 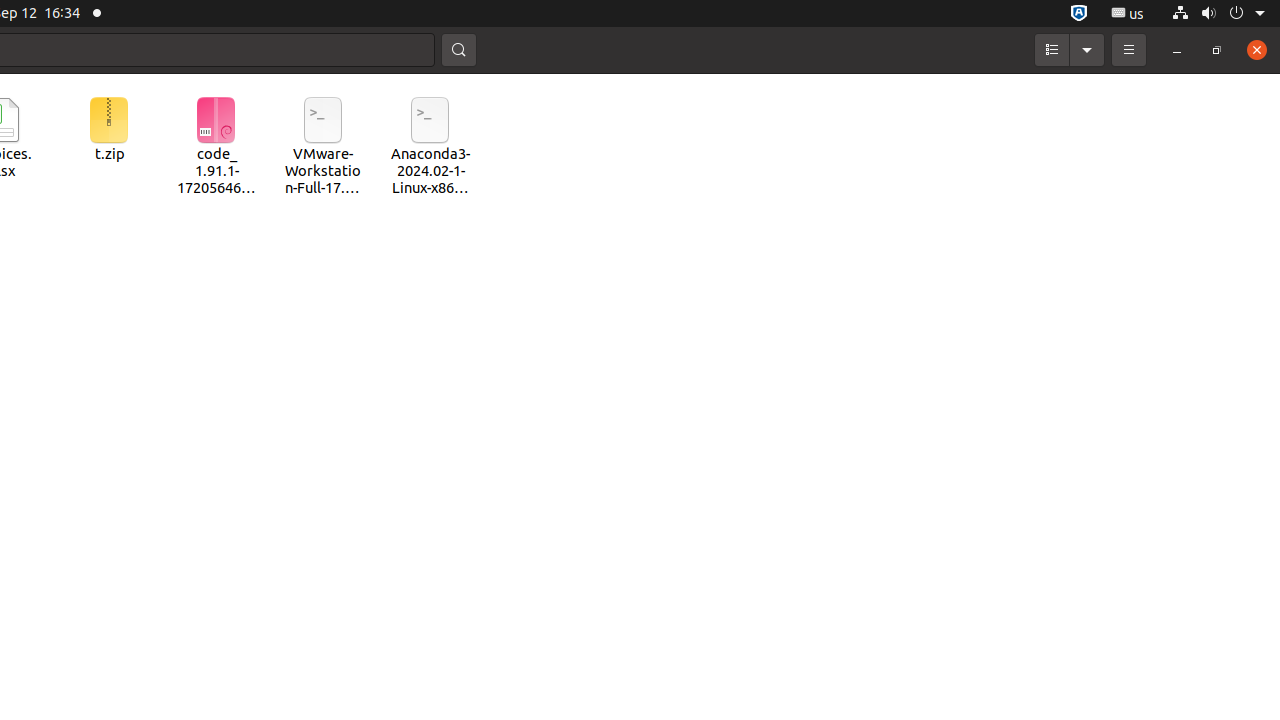 What do you see at coordinates (323, 146) in the screenshot?
I see `'VMware-Workstation-Full-17.5.2-23775571.x86_64.bundle'` at bounding box center [323, 146].